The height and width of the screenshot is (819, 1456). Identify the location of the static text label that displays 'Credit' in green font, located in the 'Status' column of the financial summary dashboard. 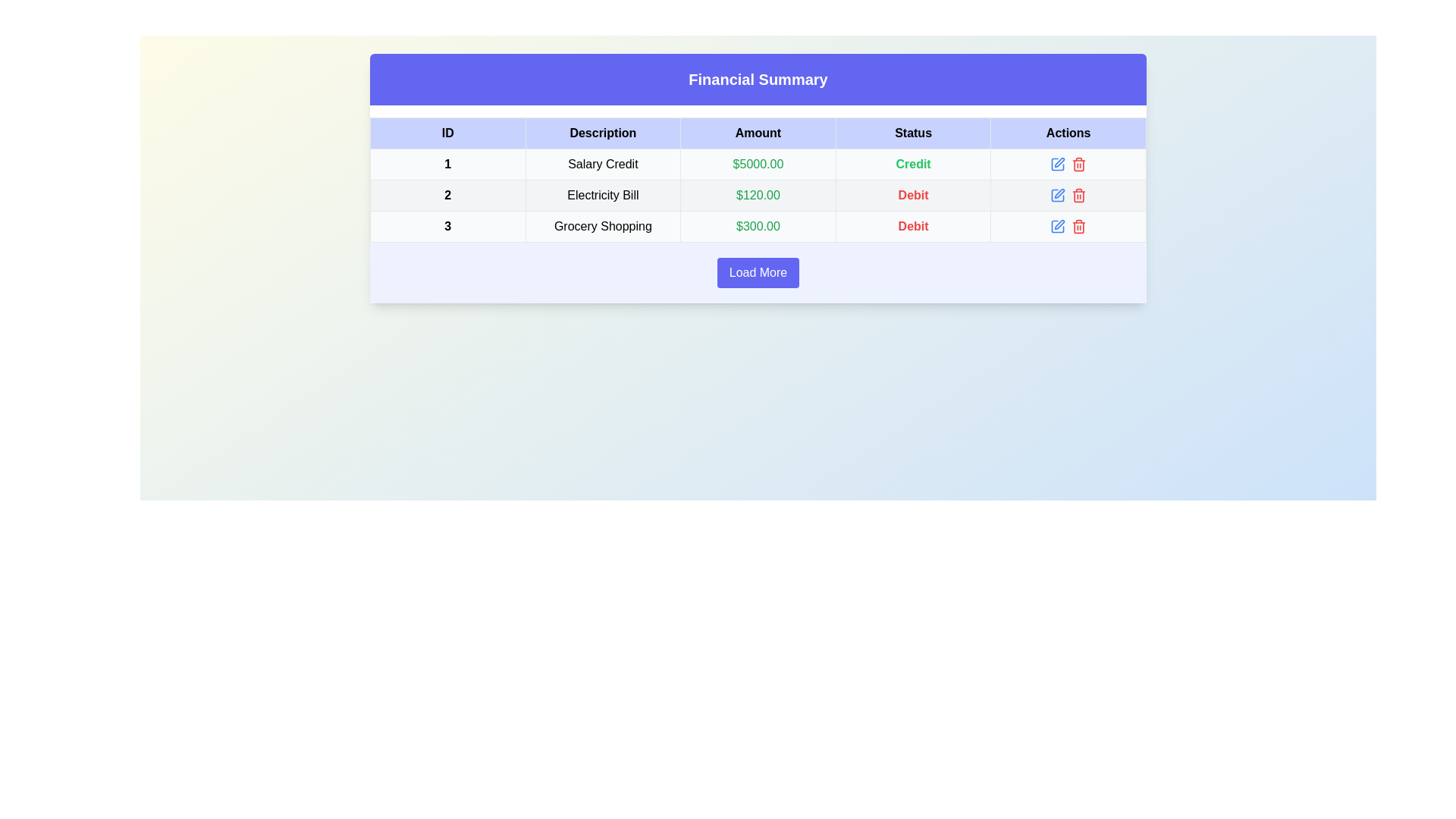
(912, 164).